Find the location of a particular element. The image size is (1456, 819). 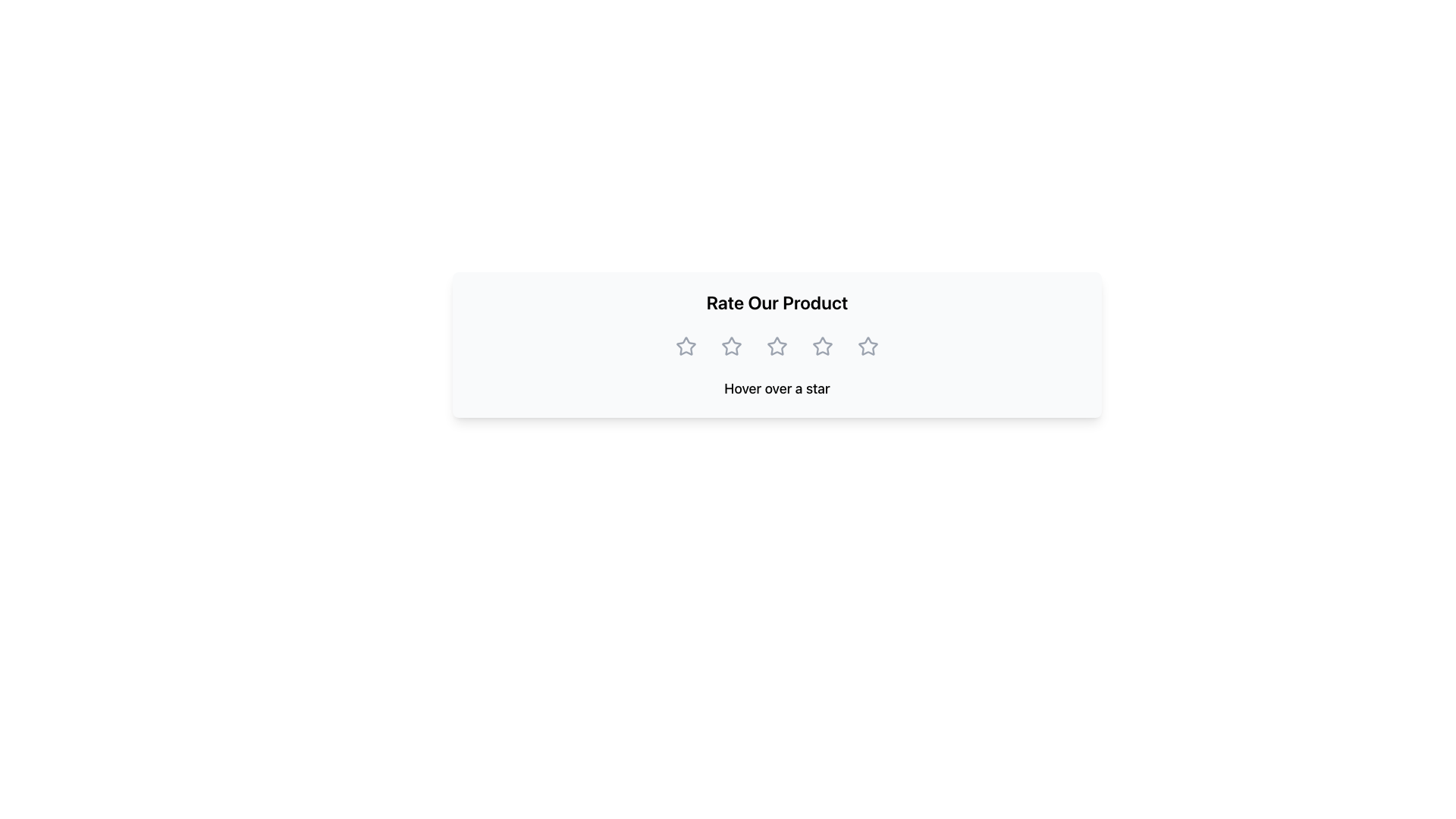

the outlined stars in the Rating component card titled 'Rate Our Product' is located at coordinates (777, 345).